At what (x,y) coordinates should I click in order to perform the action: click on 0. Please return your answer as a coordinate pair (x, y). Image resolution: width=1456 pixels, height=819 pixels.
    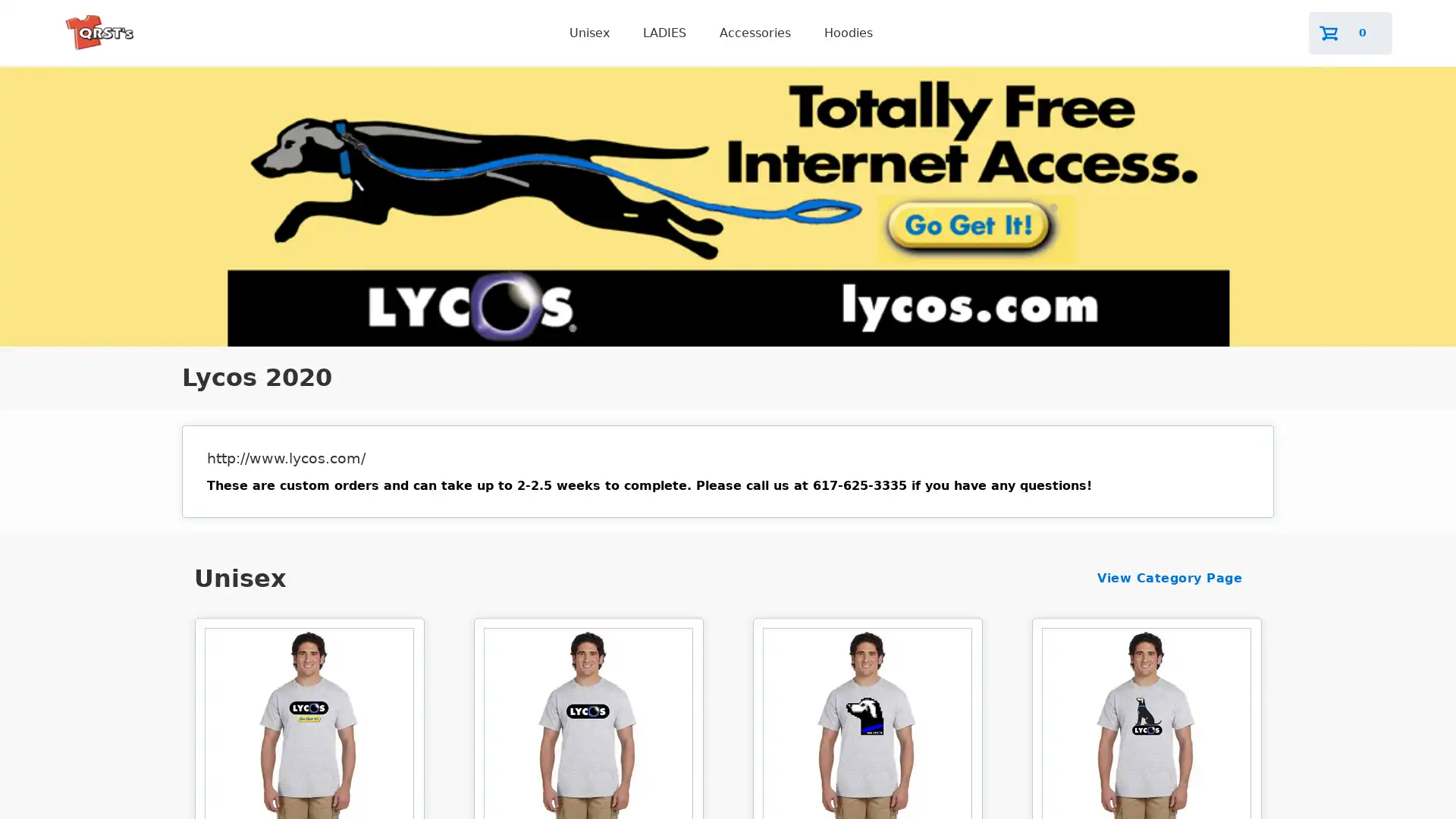
    Looking at the image, I should click on (1350, 32).